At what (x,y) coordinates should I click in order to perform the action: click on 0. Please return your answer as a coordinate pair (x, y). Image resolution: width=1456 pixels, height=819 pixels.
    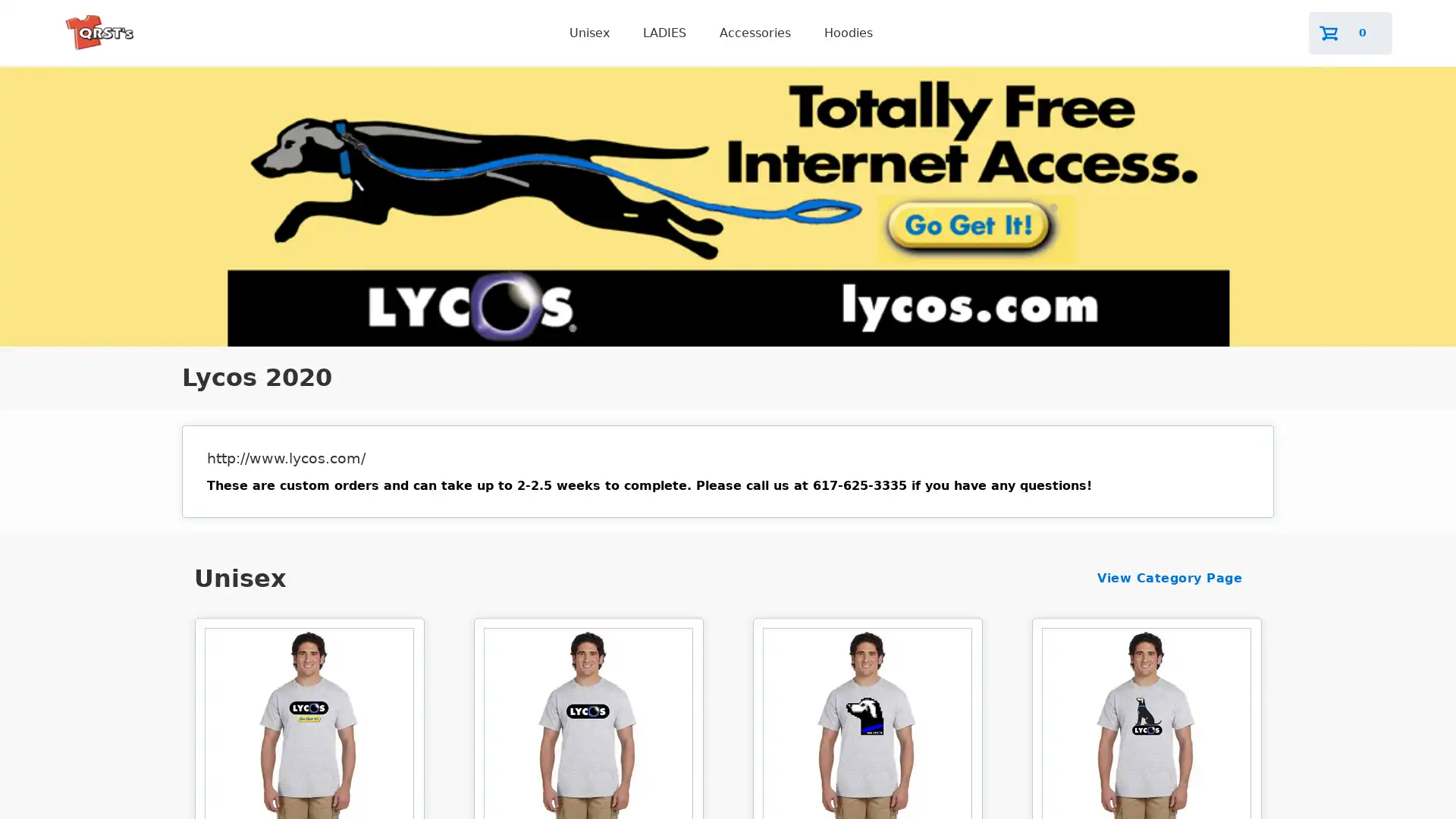
    Looking at the image, I should click on (1350, 32).